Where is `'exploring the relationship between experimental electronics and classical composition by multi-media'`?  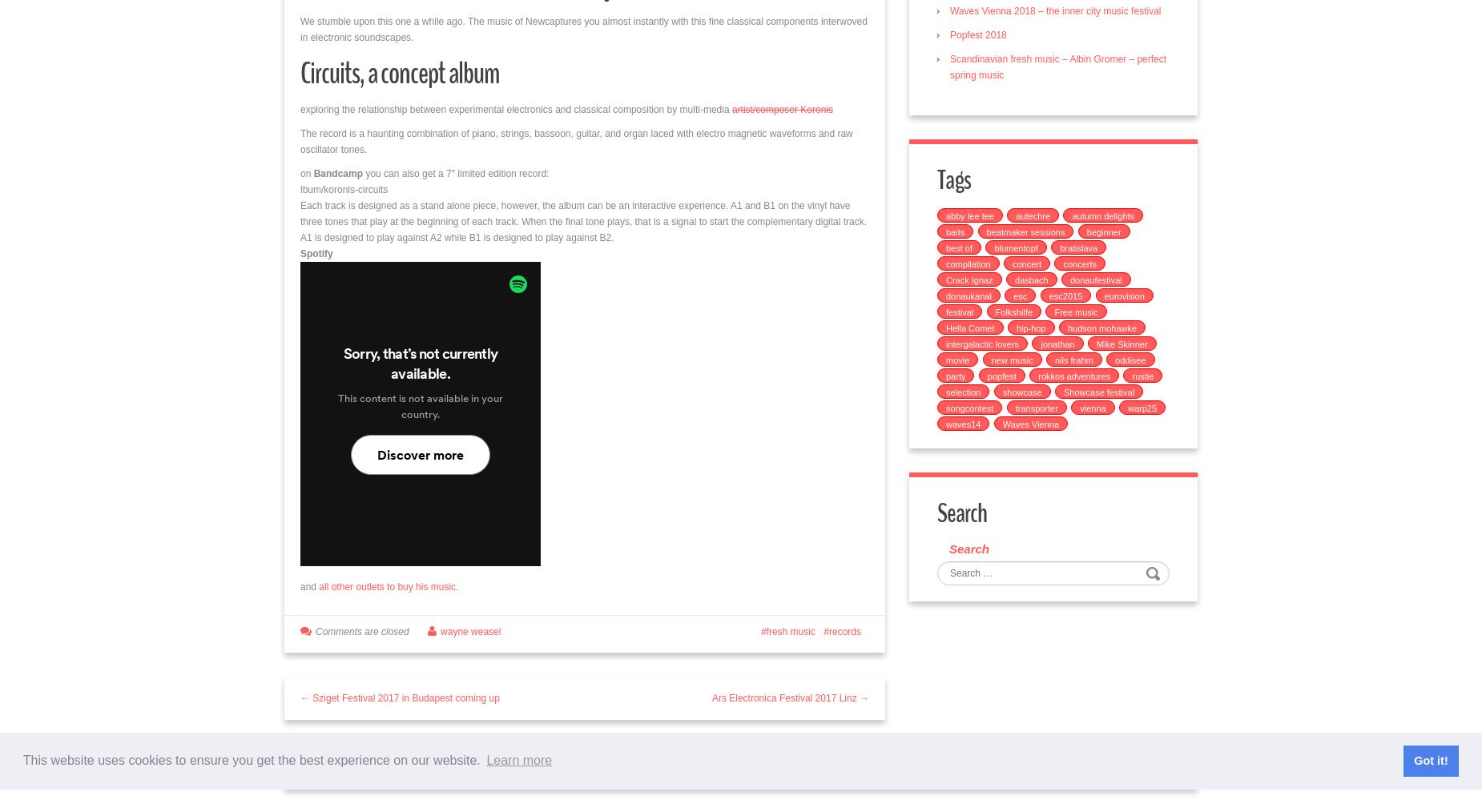
'exploring the relationship between experimental electronics and classical composition by multi-media' is located at coordinates (515, 109).